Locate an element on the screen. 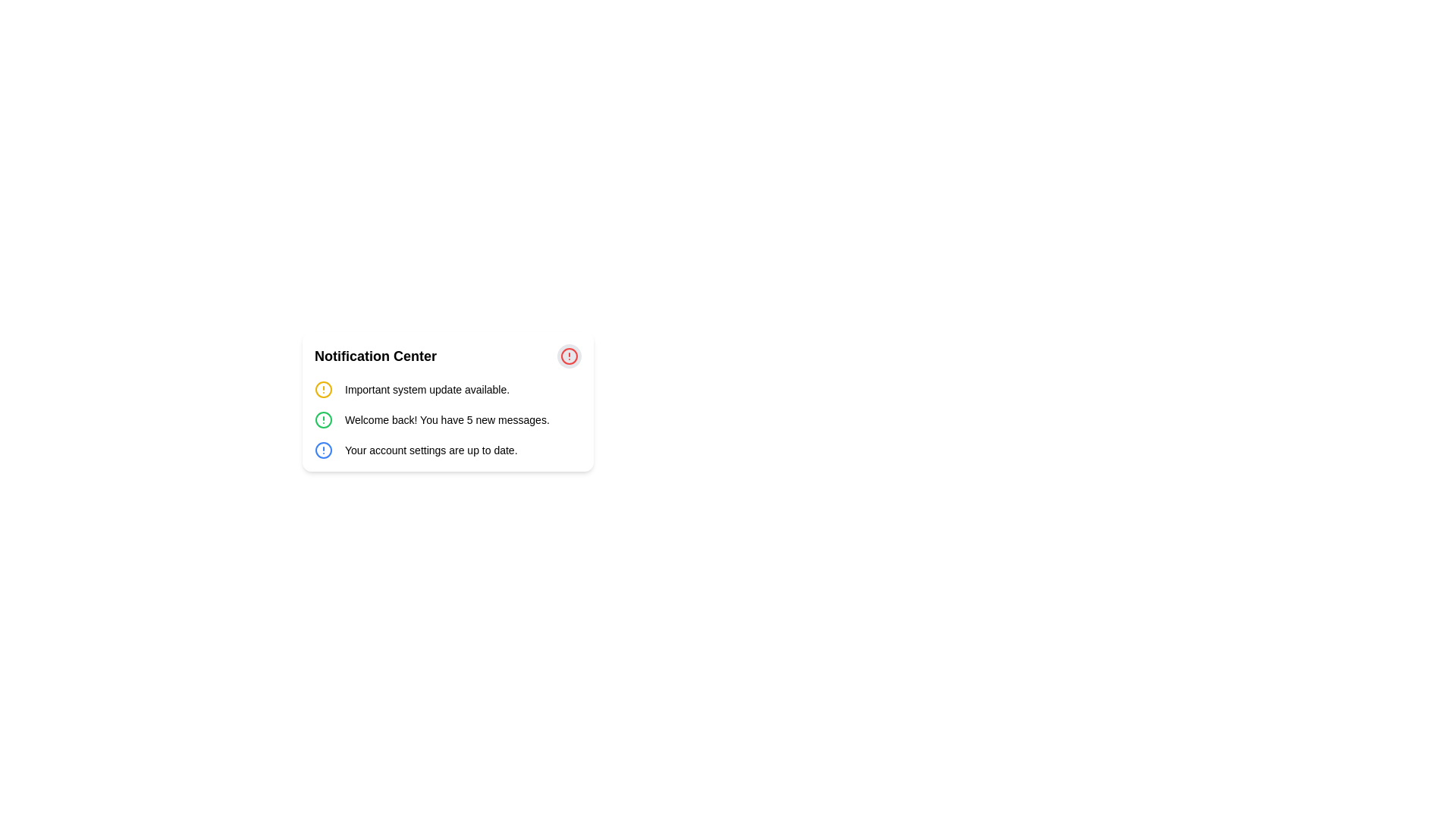 This screenshot has width=1456, height=819. the messages within the Notification Center panel, which is a rounded box with a shadow effect containing the title 'Notification Center' and three messages is located at coordinates (447, 400).